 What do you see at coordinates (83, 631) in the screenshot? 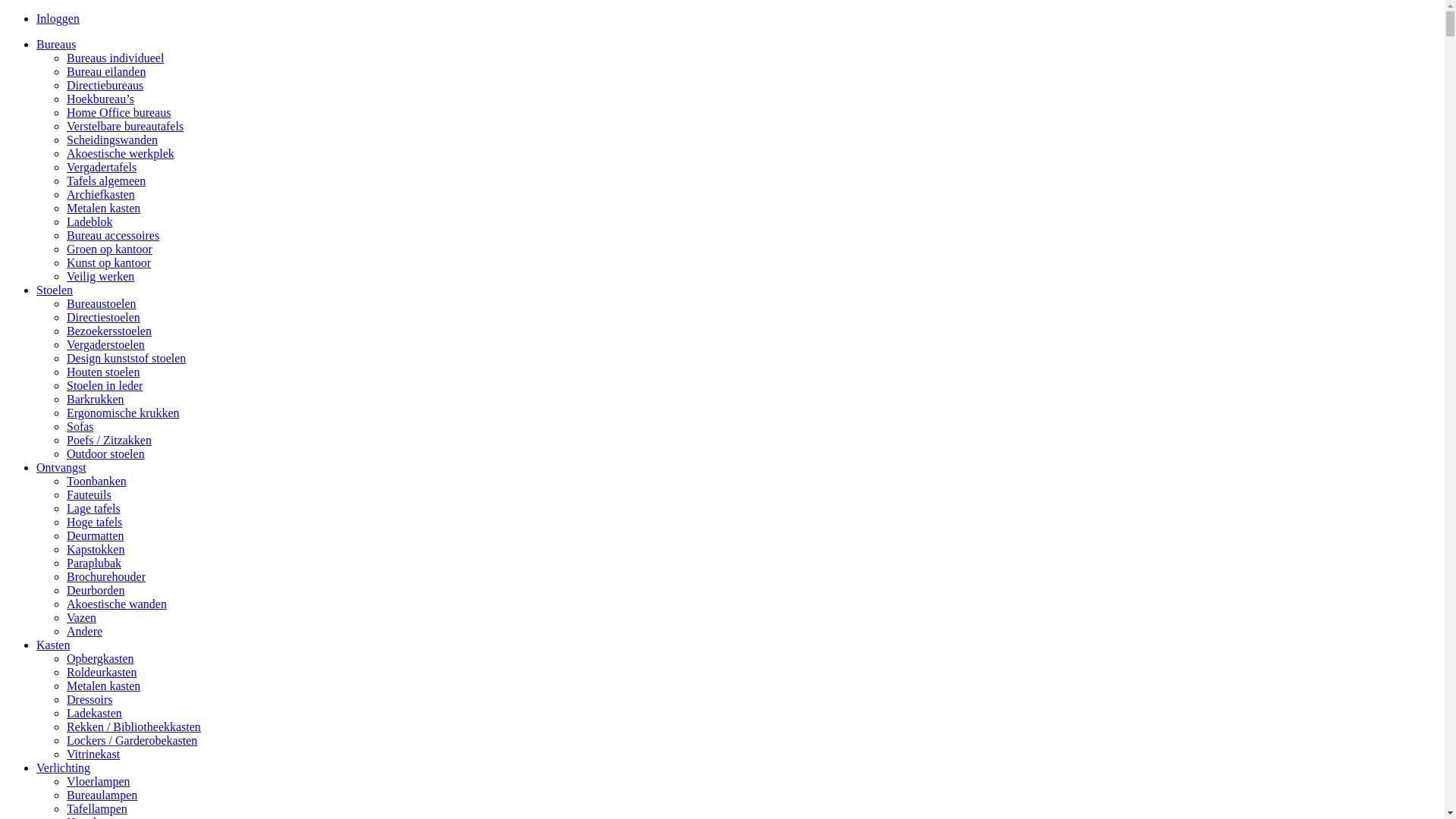
I see `'Andere'` at bounding box center [83, 631].